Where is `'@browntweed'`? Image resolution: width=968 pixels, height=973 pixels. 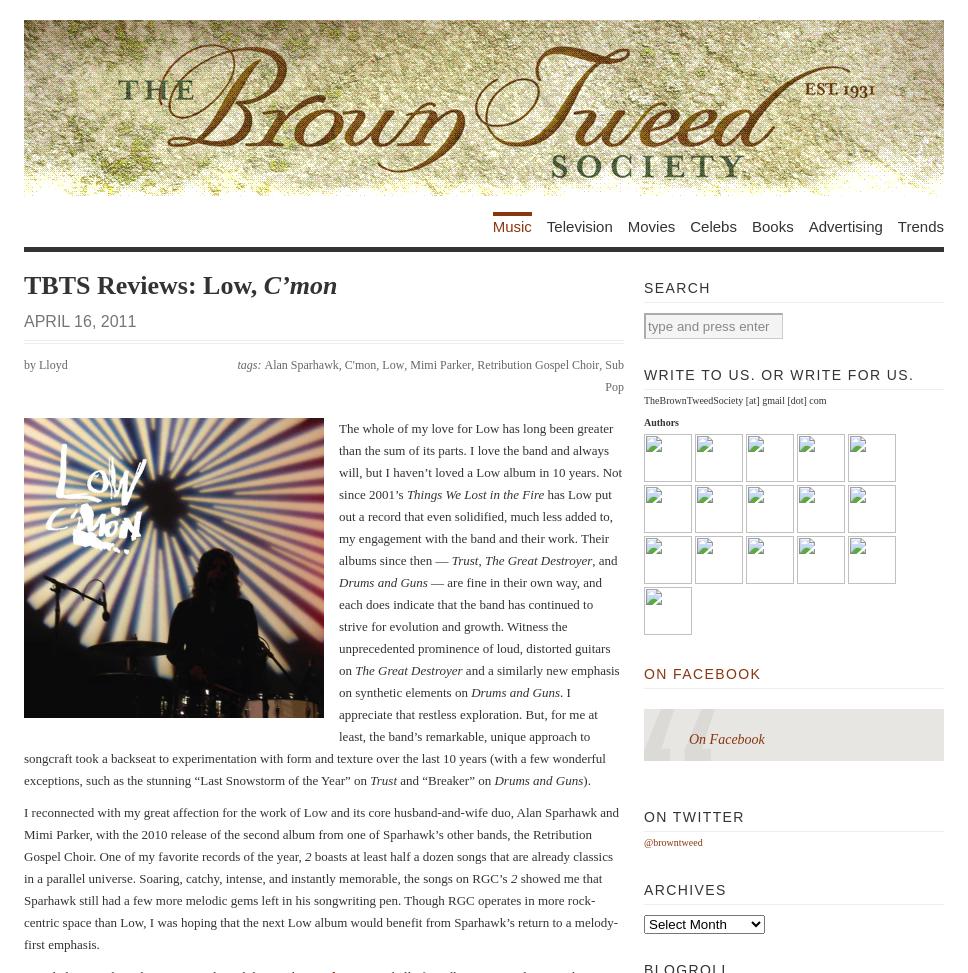 '@browntweed' is located at coordinates (672, 842).